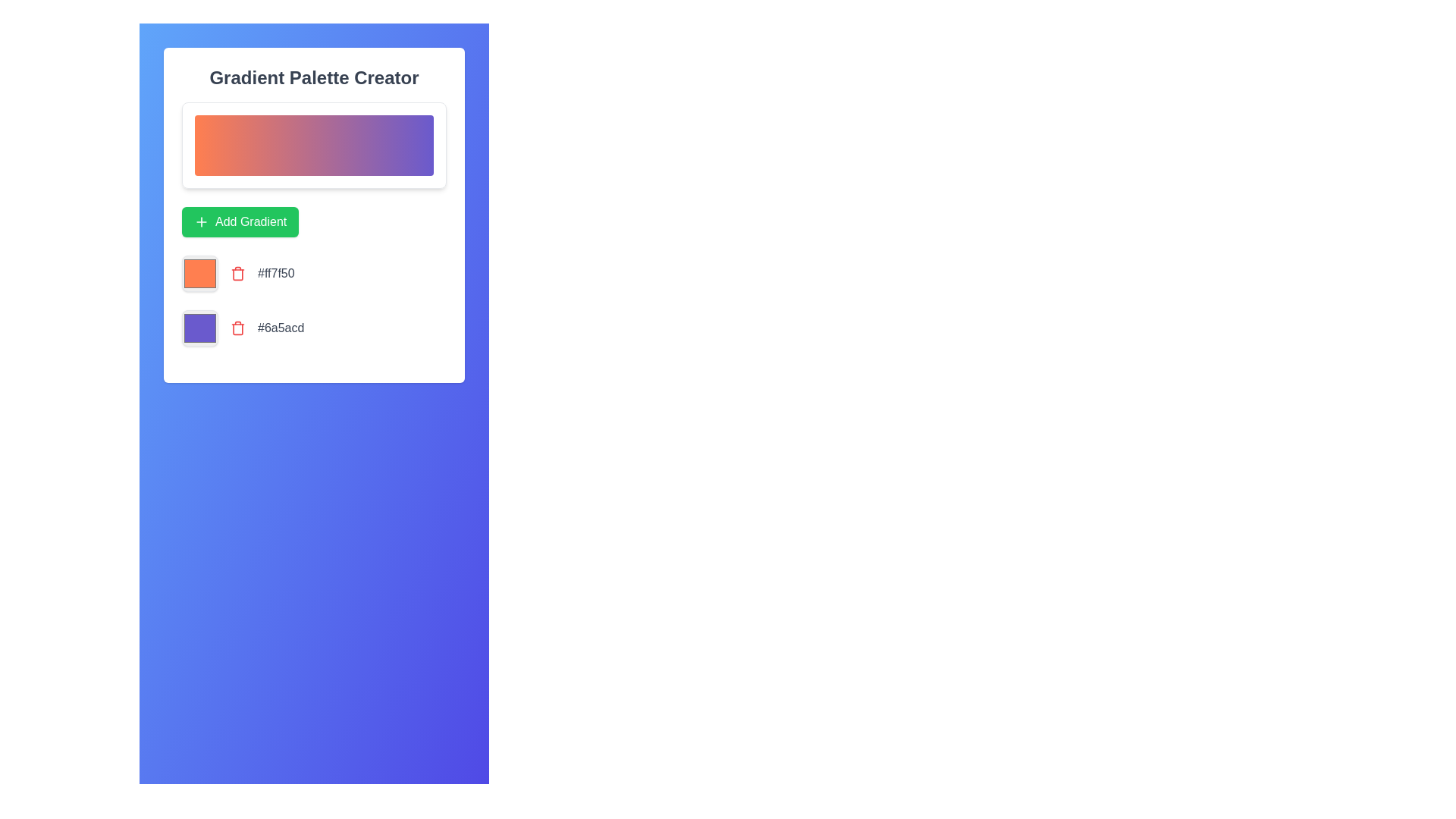 This screenshot has width=1456, height=819. What do you see at coordinates (237, 274) in the screenshot?
I see `the delete button for the color palette entry associated with the color '#ff7f50'` at bounding box center [237, 274].